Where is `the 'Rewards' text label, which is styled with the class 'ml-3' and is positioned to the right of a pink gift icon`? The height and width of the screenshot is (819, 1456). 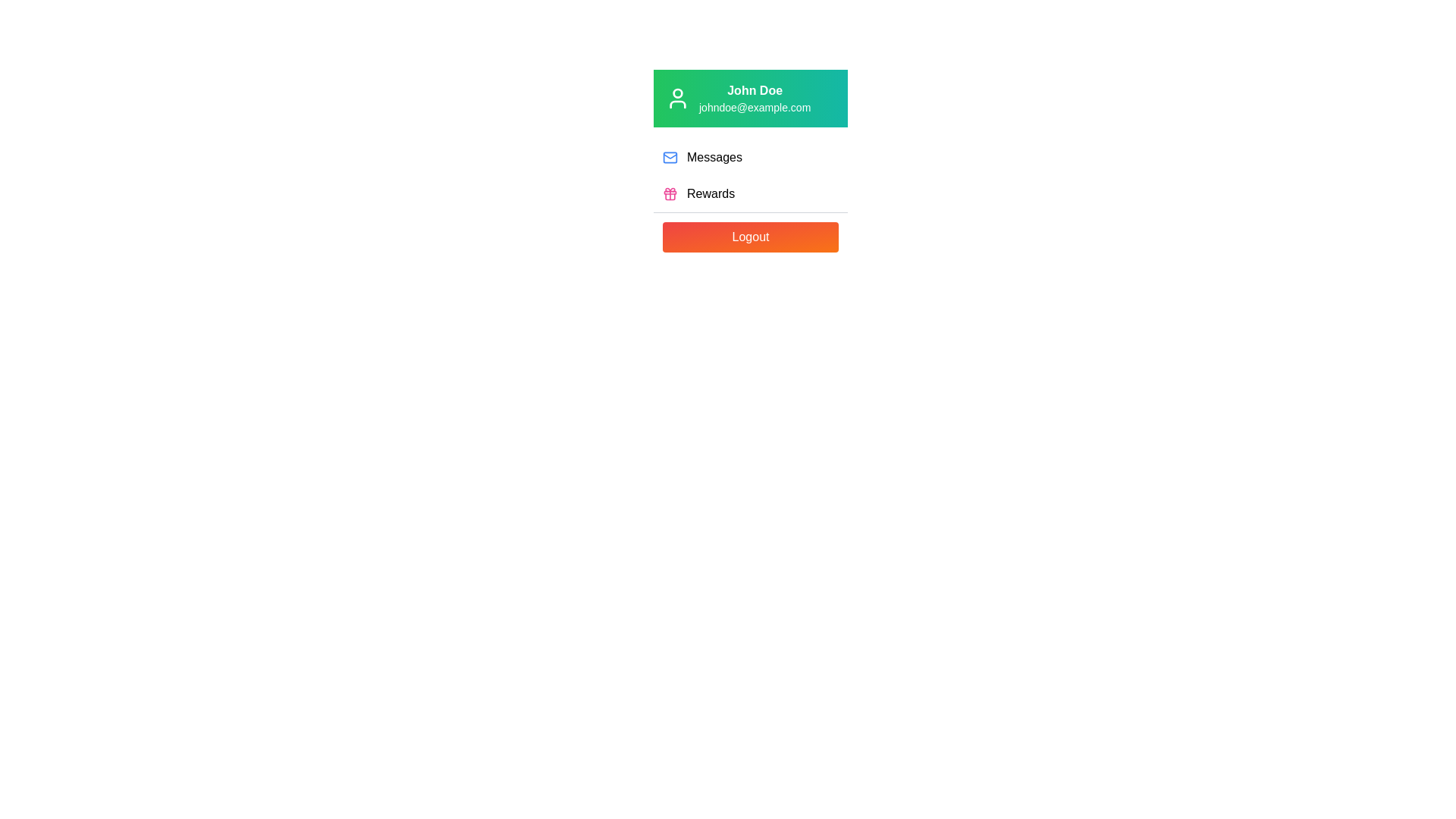 the 'Rewards' text label, which is styled with the class 'ml-3' and is positioned to the right of a pink gift icon is located at coordinates (710, 193).